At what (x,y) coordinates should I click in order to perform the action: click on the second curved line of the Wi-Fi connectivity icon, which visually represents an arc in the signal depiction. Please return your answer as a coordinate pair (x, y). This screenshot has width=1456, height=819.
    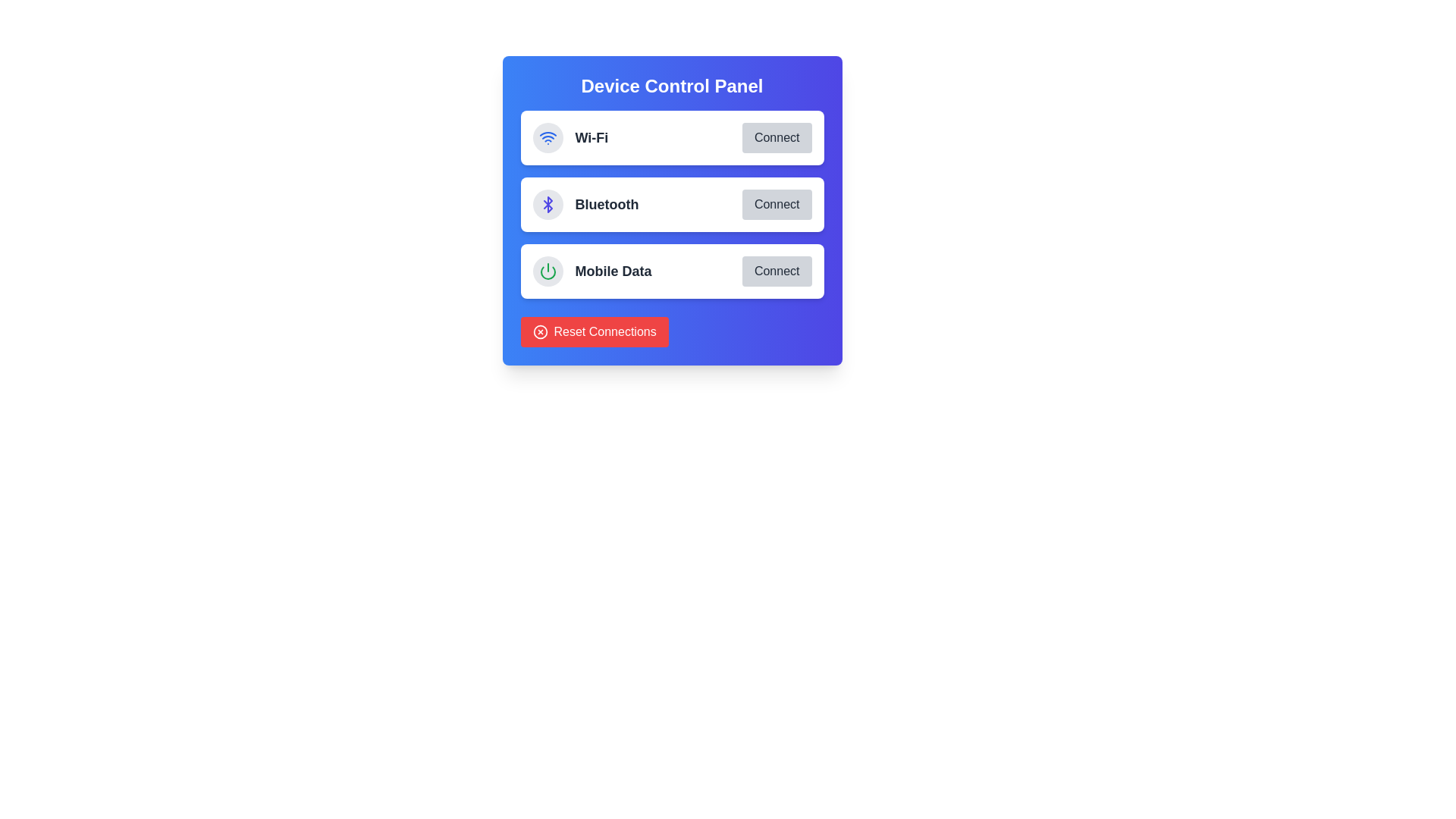
    Looking at the image, I should click on (547, 133).